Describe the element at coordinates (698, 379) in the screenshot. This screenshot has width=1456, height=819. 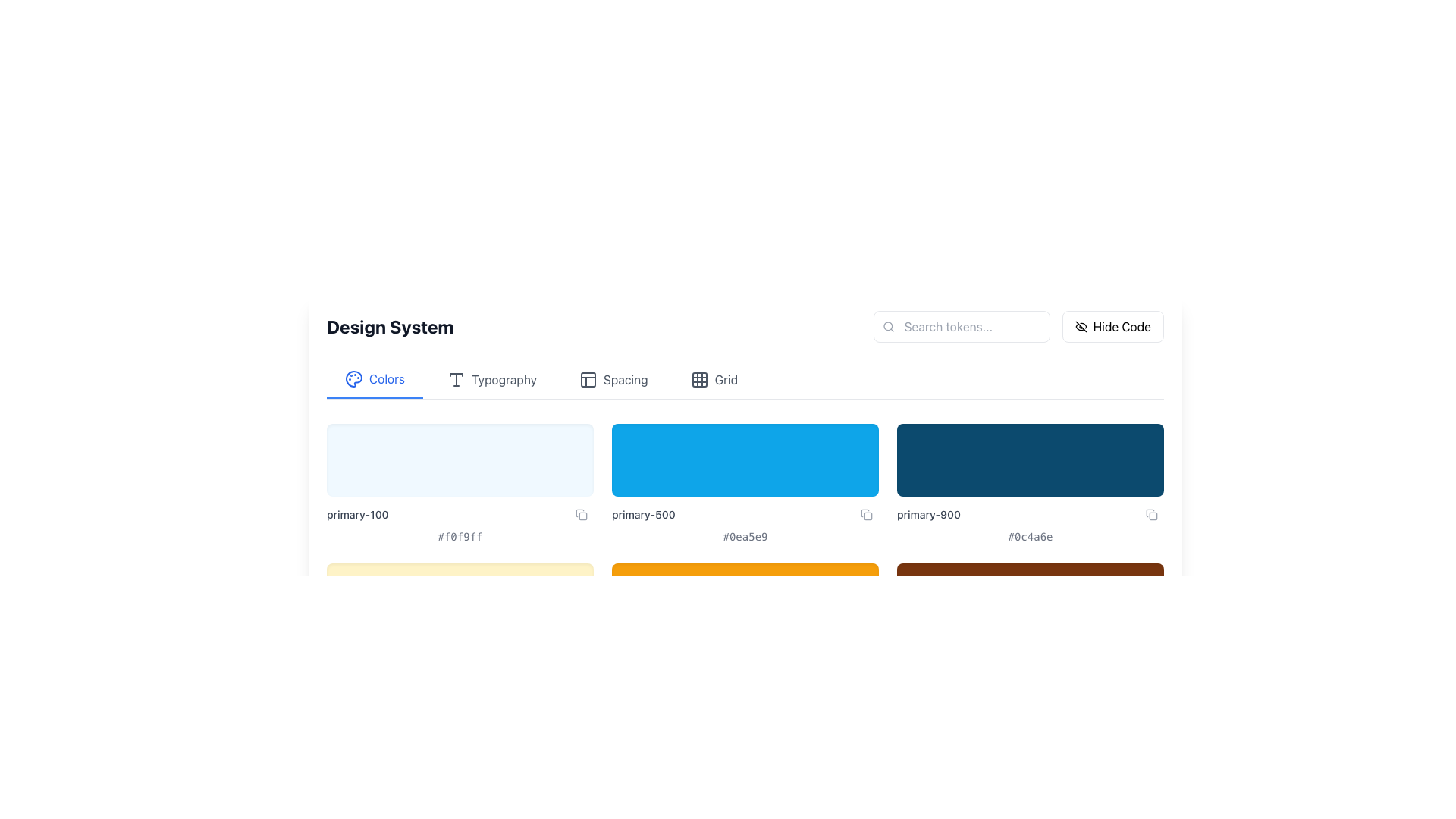
I see `the grid icon located in the top-right area of the interface within the horizontal navigation bar` at that location.